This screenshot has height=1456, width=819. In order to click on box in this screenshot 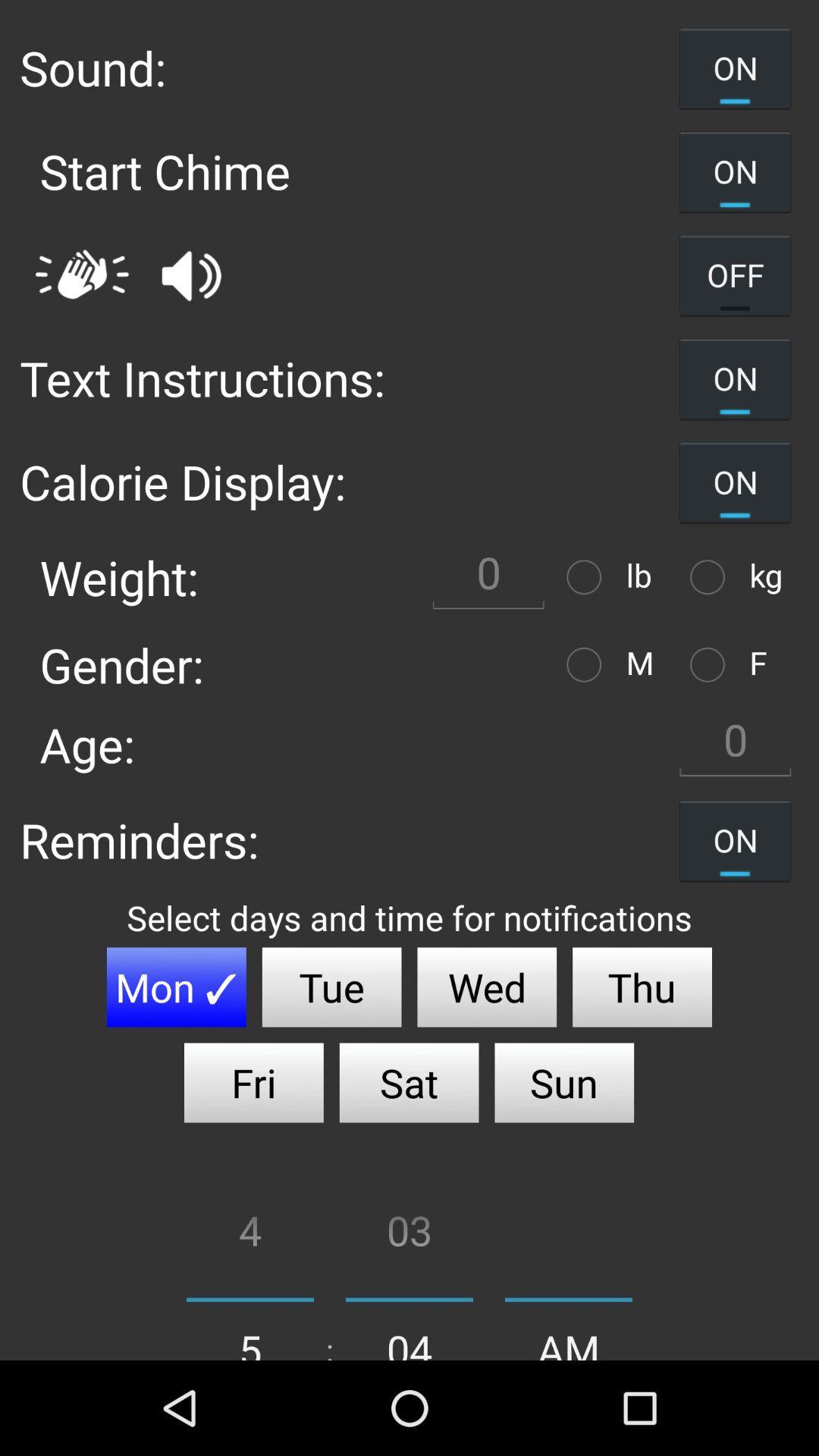, I will do `click(488, 576)`.